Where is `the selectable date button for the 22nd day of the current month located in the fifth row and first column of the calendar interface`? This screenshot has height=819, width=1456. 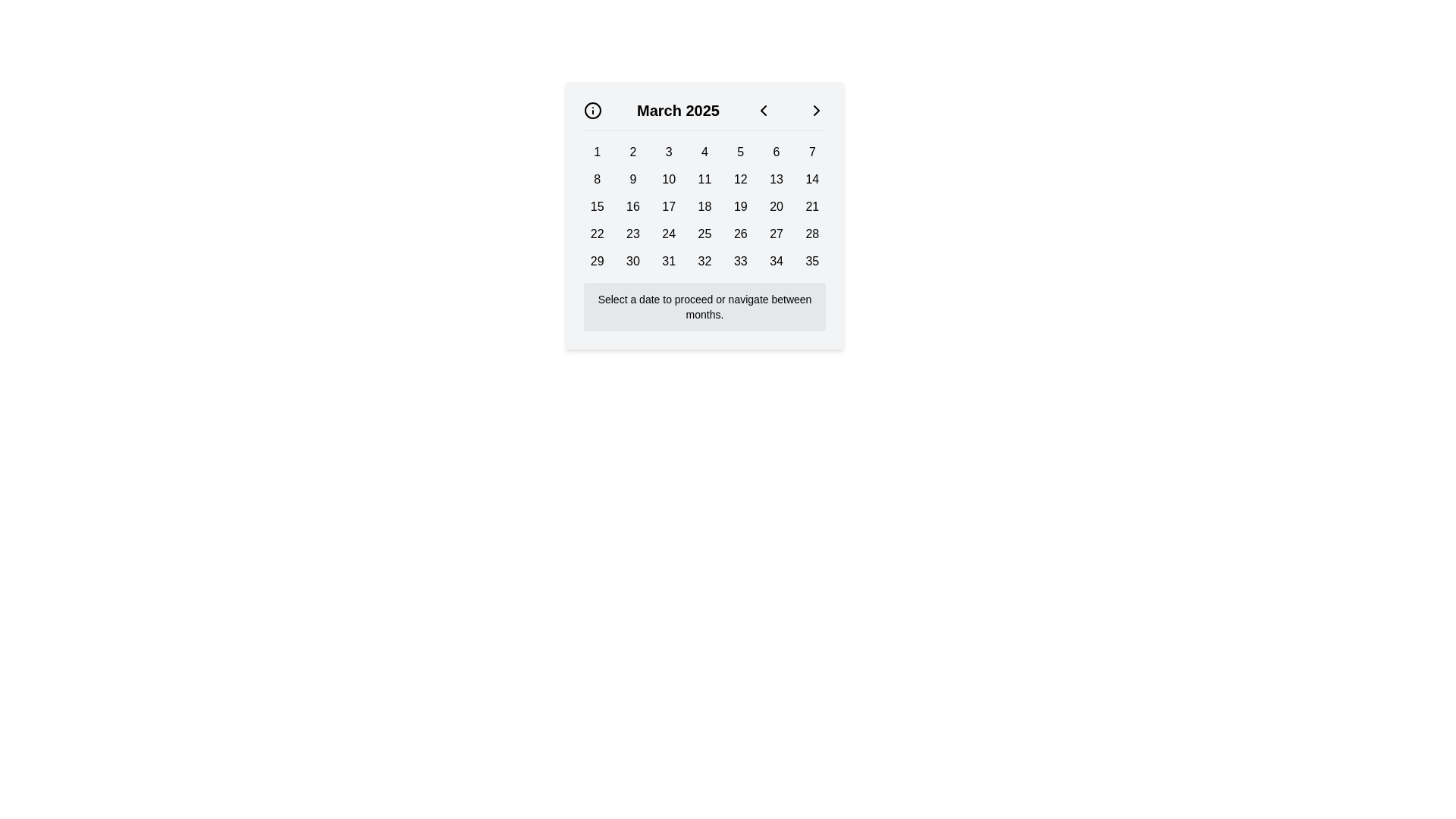
the selectable date button for the 22nd day of the current month located in the fifth row and first column of the calendar interface is located at coordinates (596, 234).